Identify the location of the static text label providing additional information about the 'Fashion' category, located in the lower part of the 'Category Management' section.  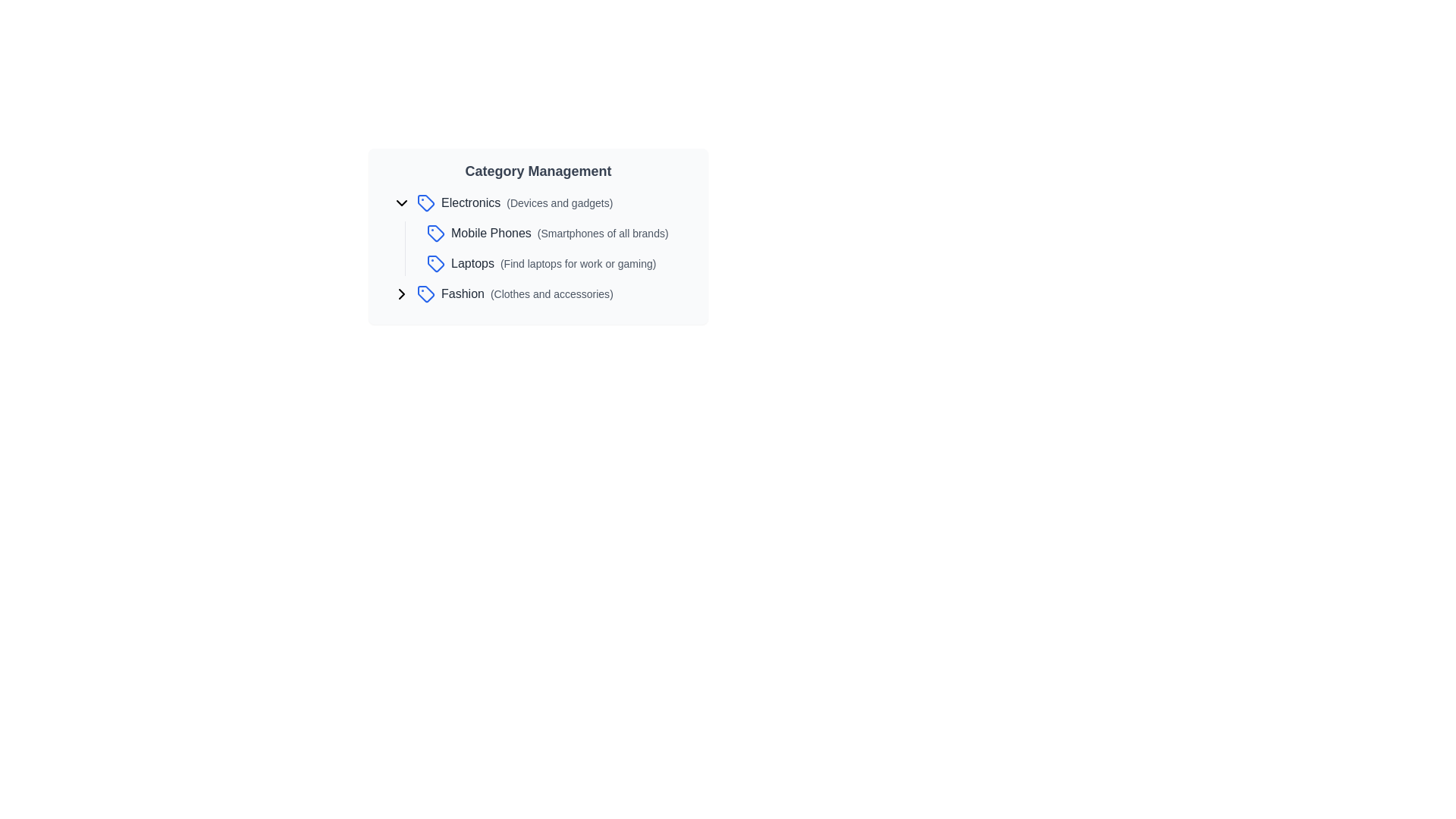
(551, 294).